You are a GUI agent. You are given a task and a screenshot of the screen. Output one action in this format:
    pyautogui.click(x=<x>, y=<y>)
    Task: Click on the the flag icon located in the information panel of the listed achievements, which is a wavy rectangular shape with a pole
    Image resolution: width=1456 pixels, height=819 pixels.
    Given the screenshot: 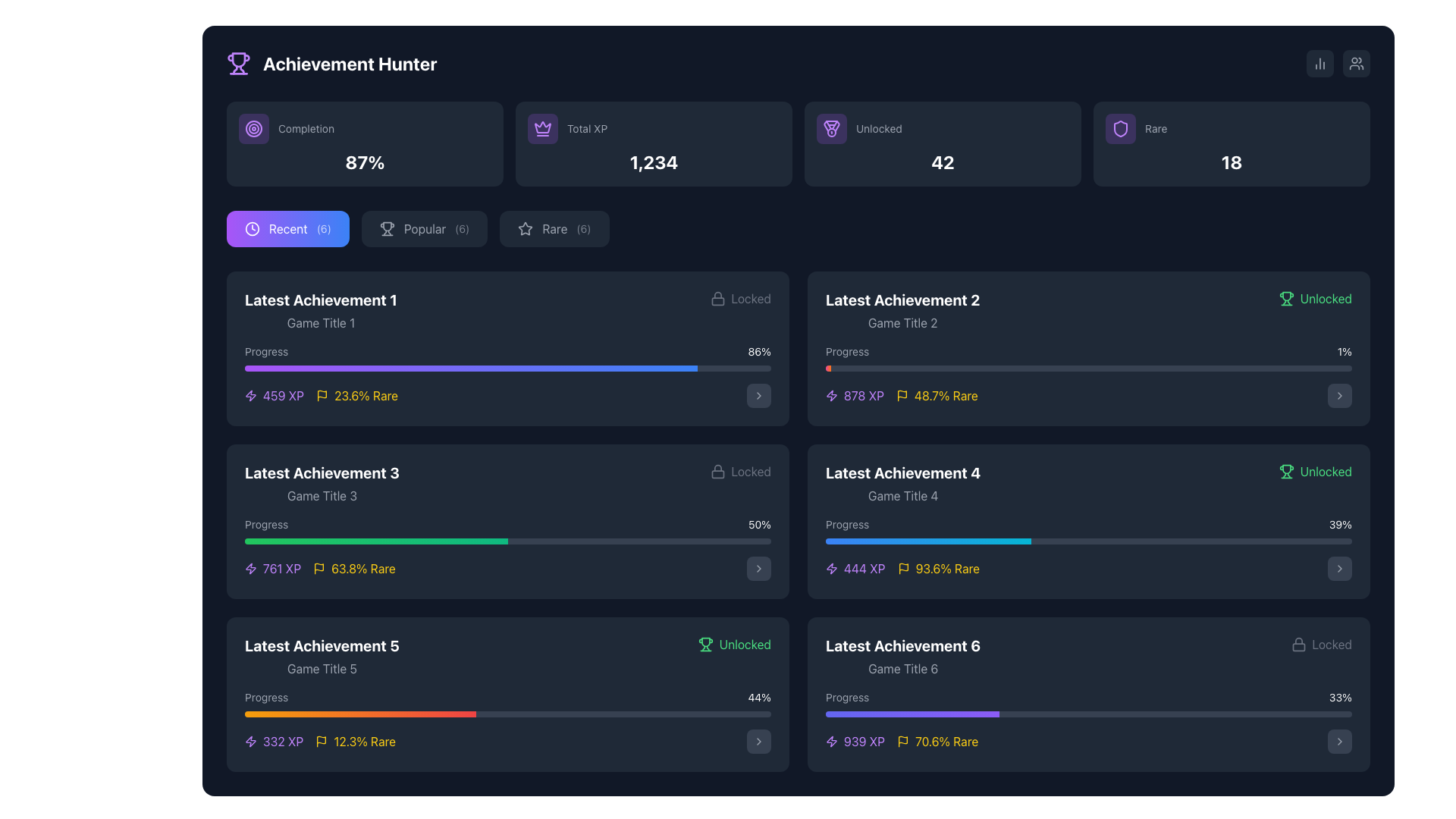 What is the action you would take?
    pyautogui.click(x=318, y=567)
    